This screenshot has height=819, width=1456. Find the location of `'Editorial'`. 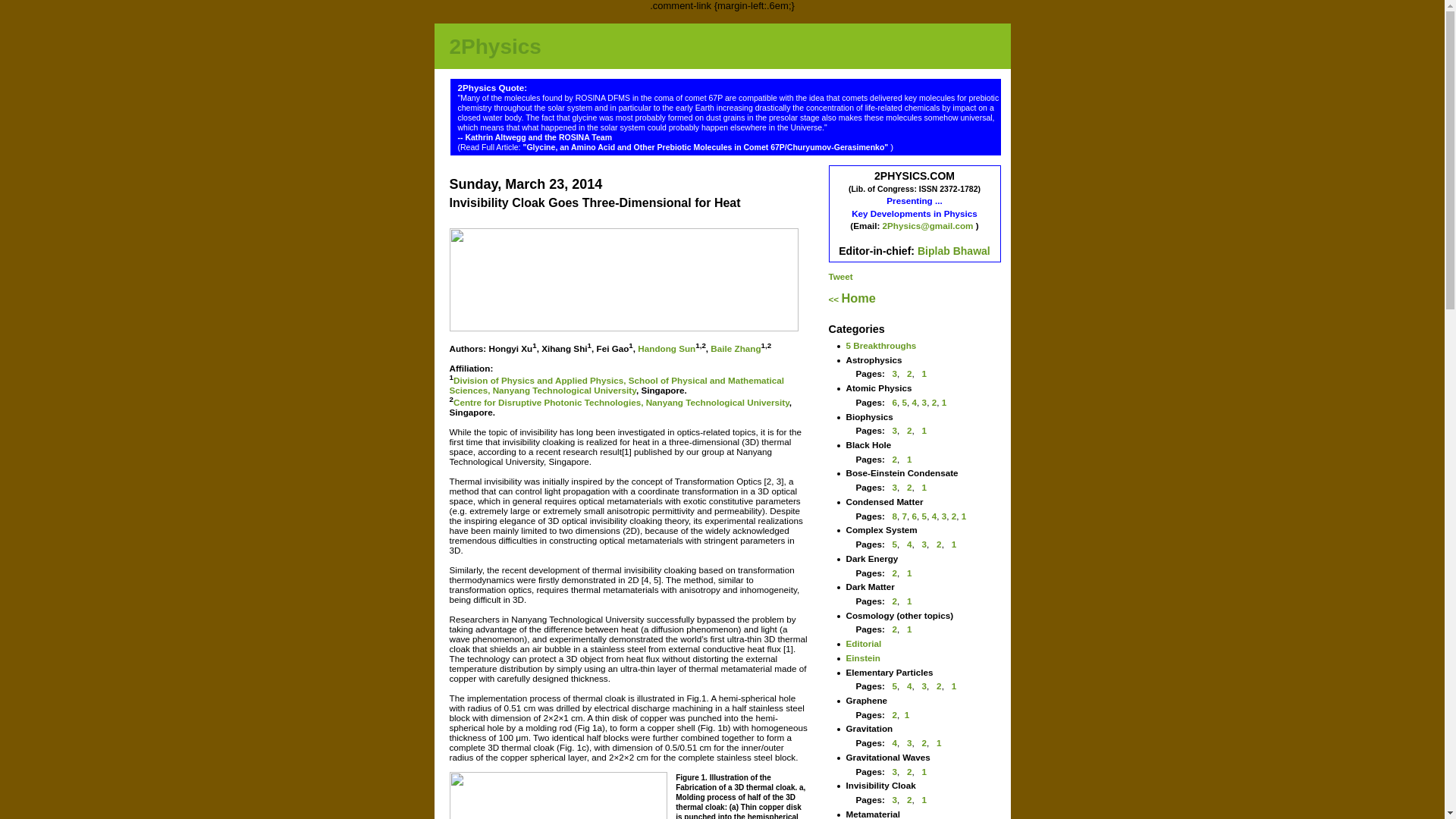

'Editorial' is located at coordinates (864, 643).